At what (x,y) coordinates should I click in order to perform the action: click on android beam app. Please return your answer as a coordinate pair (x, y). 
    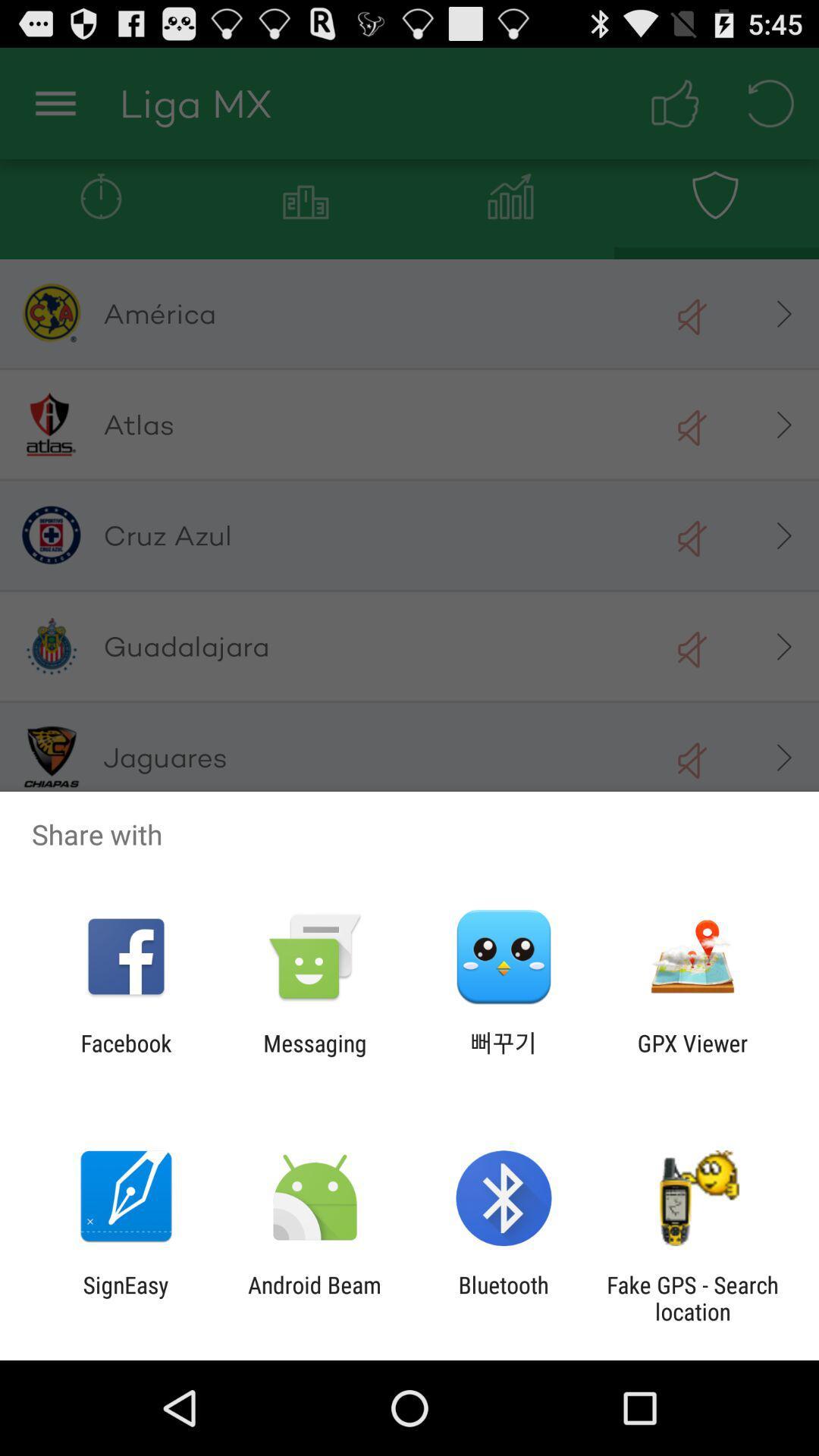
    Looking at the image, I should click on (314, 1298).